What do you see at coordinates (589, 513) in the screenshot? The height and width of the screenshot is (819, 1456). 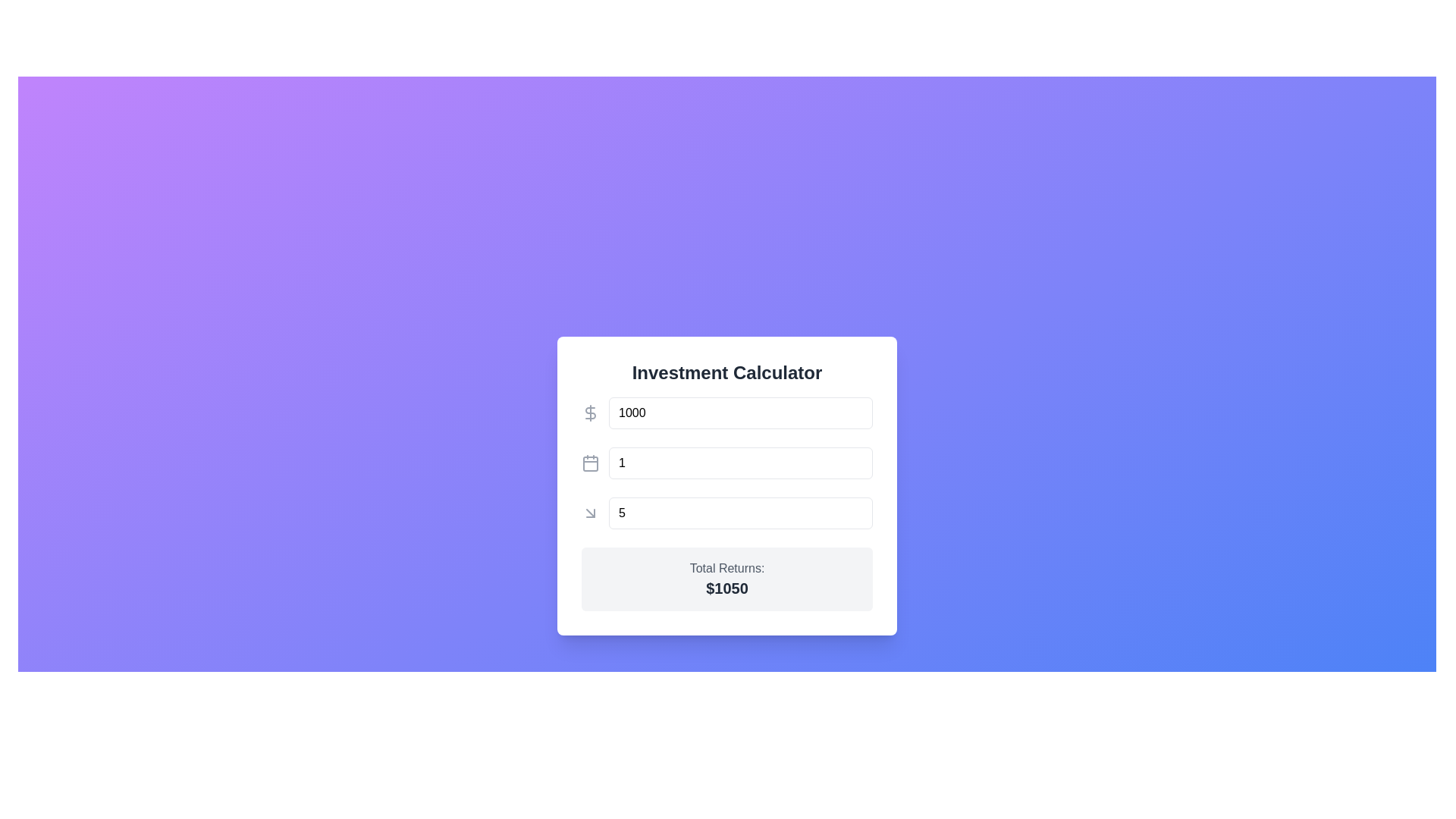 I see `the small diagonal arrow icon pointing down and to the right, which is located to the left of the input field labeled 'Interest Rate (%)'` at bounding box center [589, 513].